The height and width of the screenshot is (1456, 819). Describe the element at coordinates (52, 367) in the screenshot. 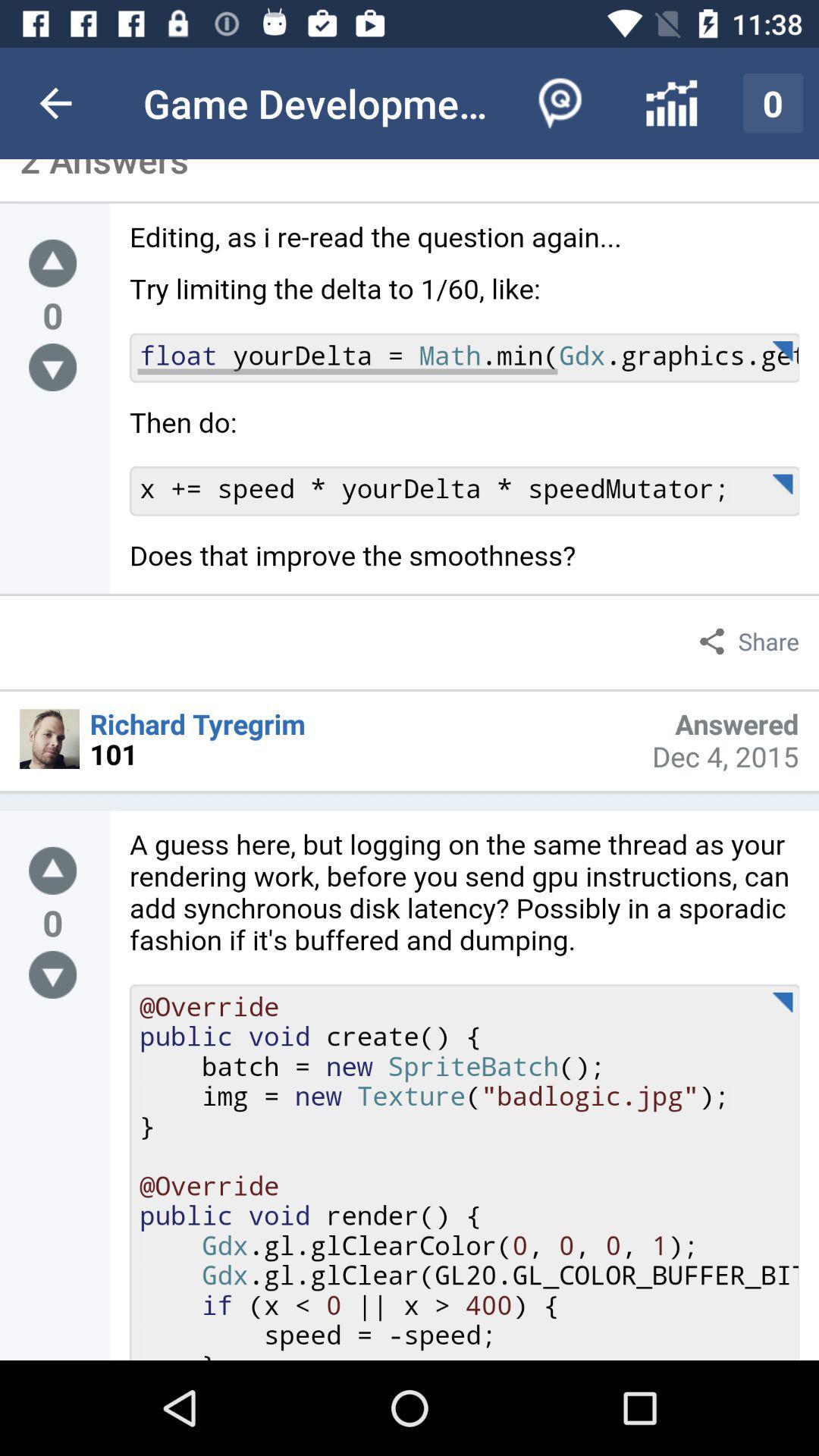

I see `go to` at that location.